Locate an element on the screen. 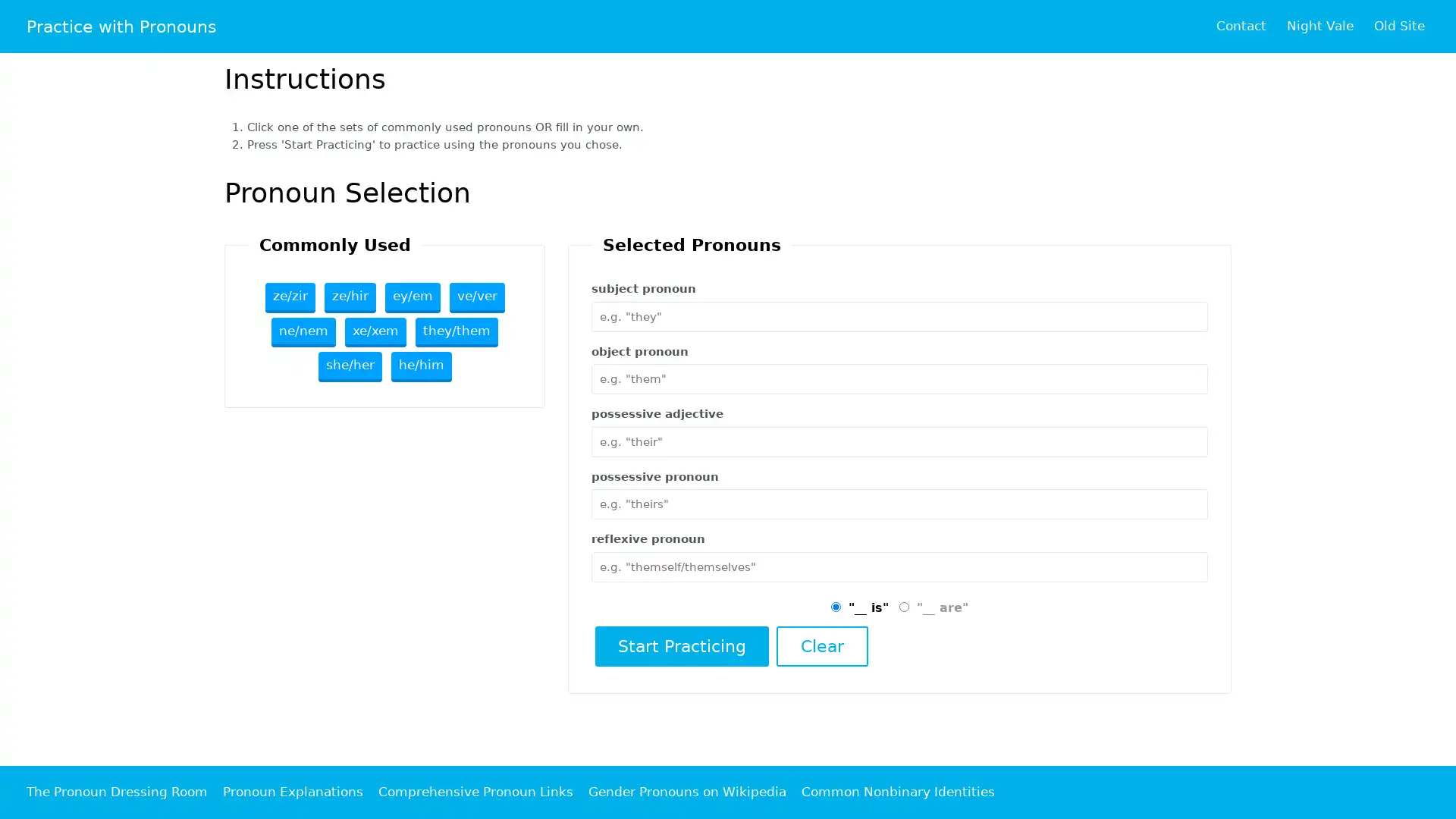  ey/em is located at coordinates (412, 297).